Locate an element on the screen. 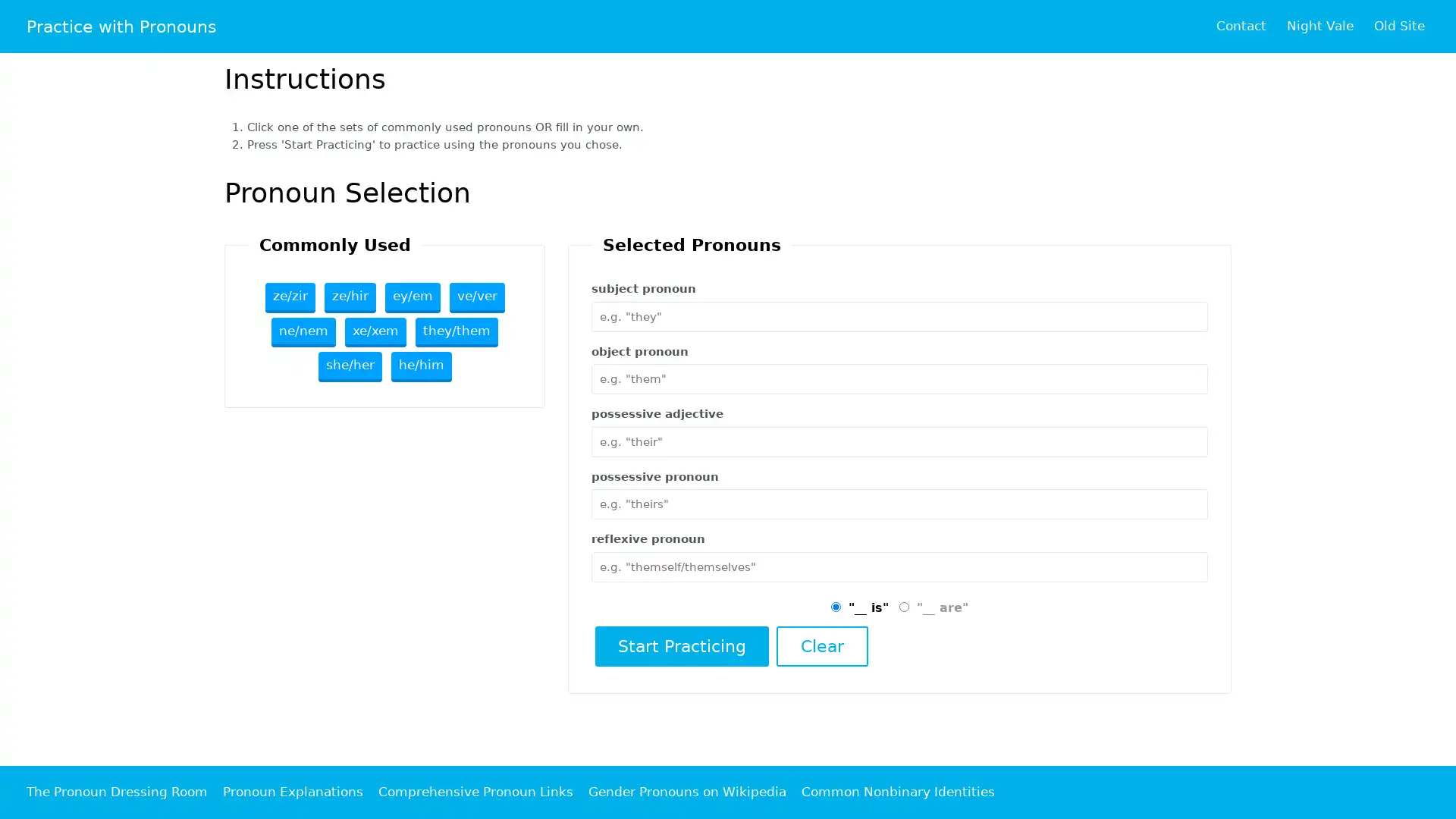  ey/em is located at coordinates (412, 297).